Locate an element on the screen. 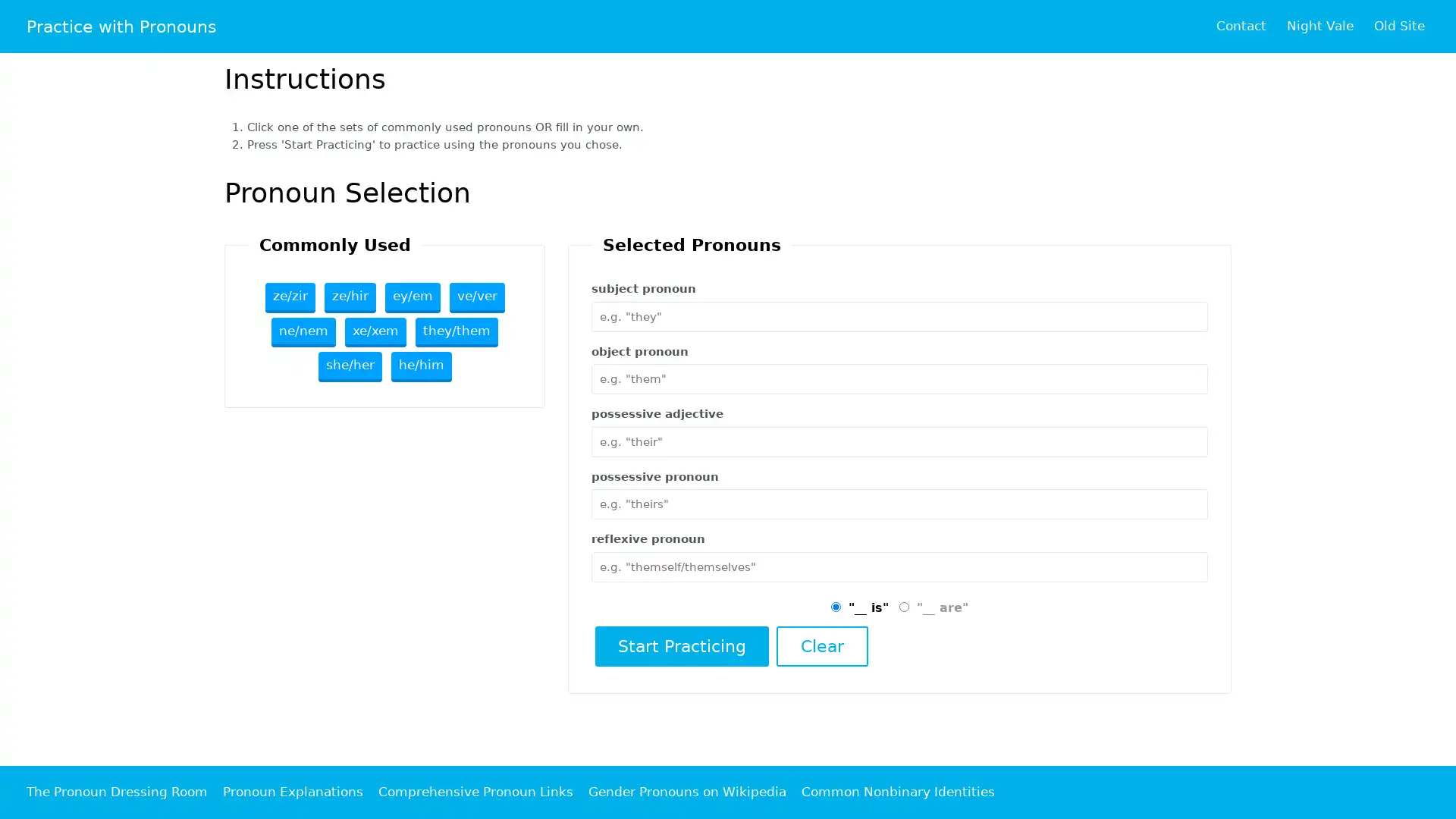  ey/em is located at coordinates (412, 297).